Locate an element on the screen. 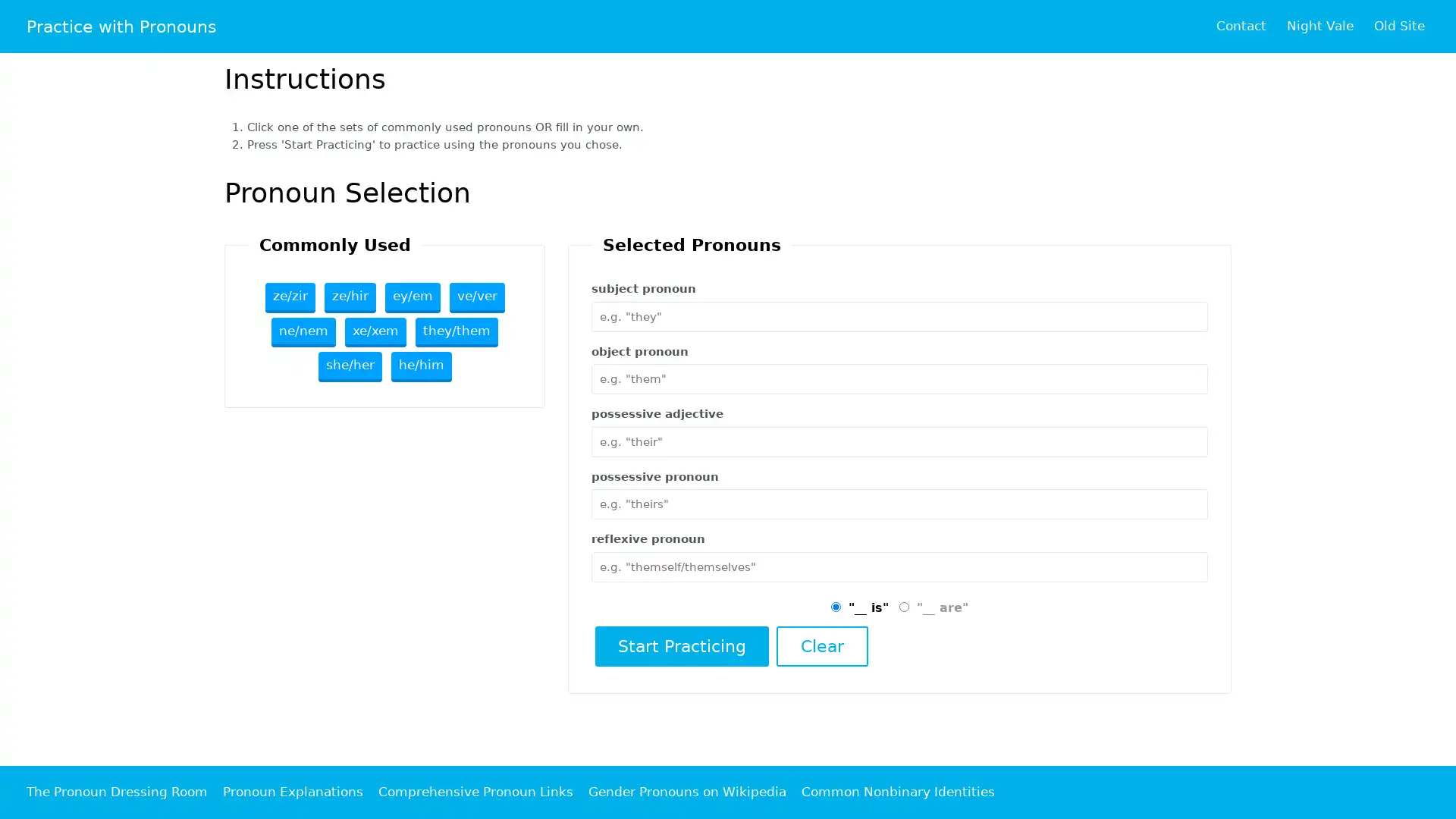  ey/em is located at coordinates (412, 297).